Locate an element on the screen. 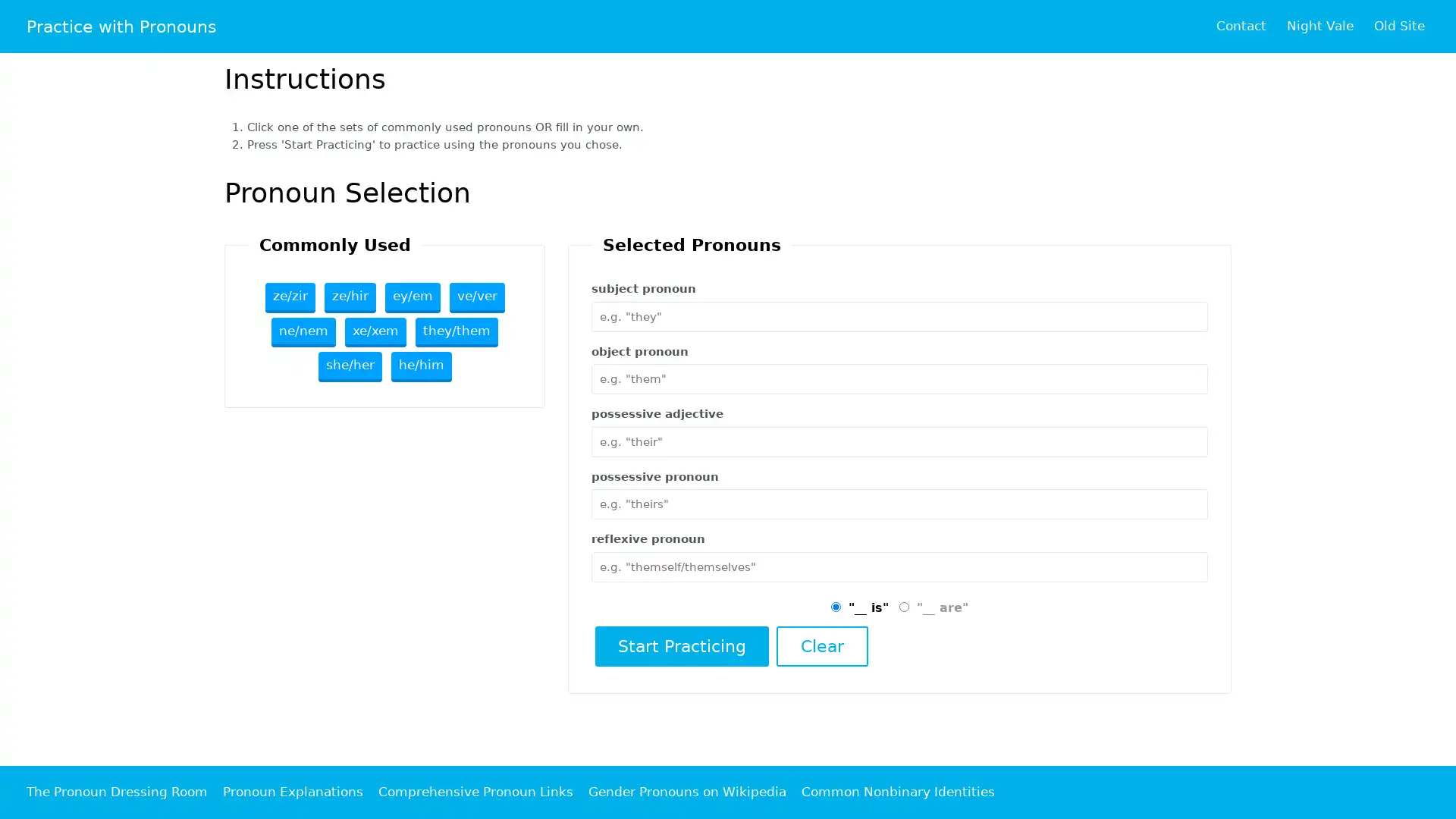  ey/em is located at coordinates (412, 297).